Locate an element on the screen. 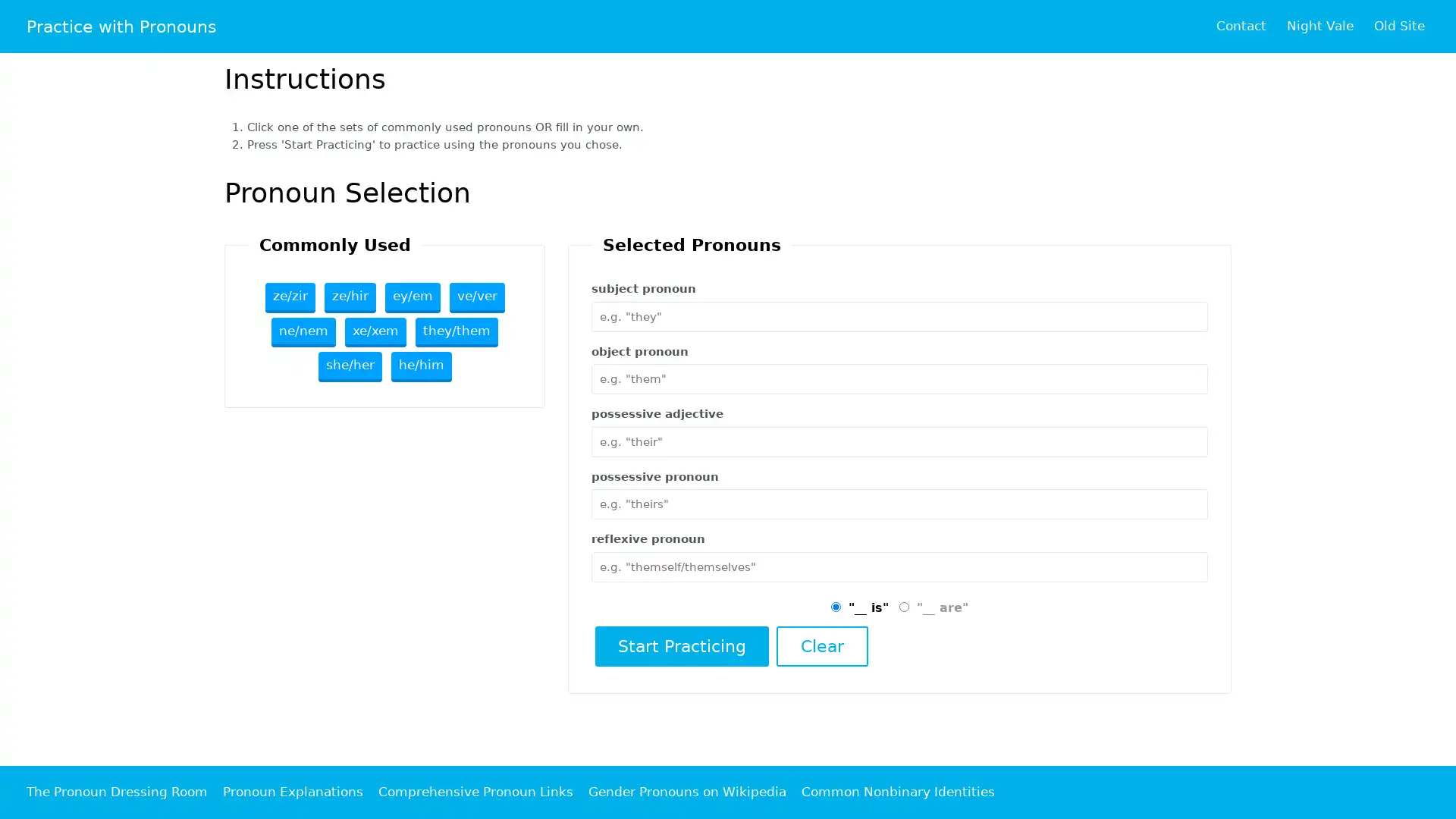  ey/em is located at coordinates (412, 297).